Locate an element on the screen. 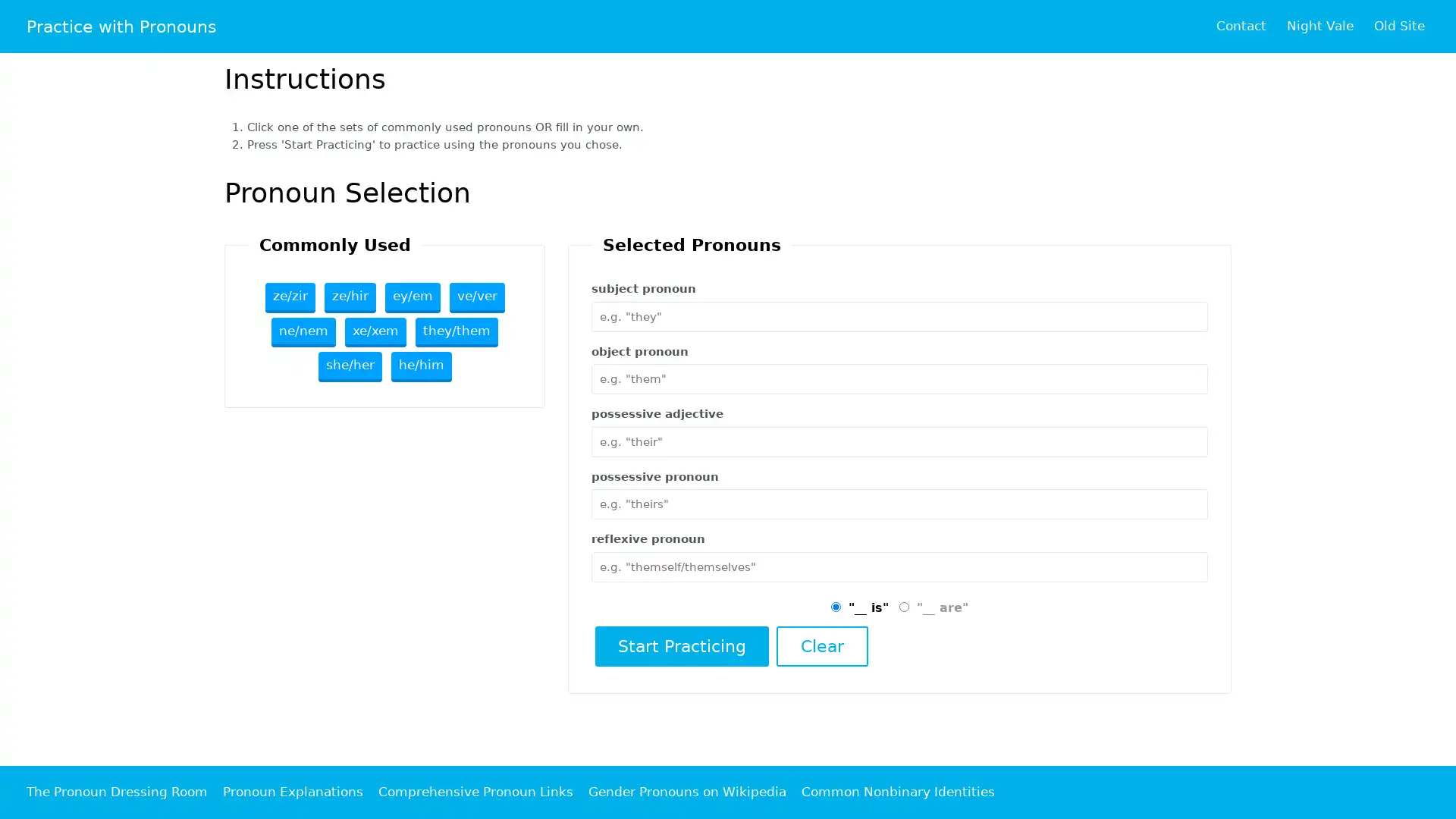  ey/em is located at coordinates (412, 297).